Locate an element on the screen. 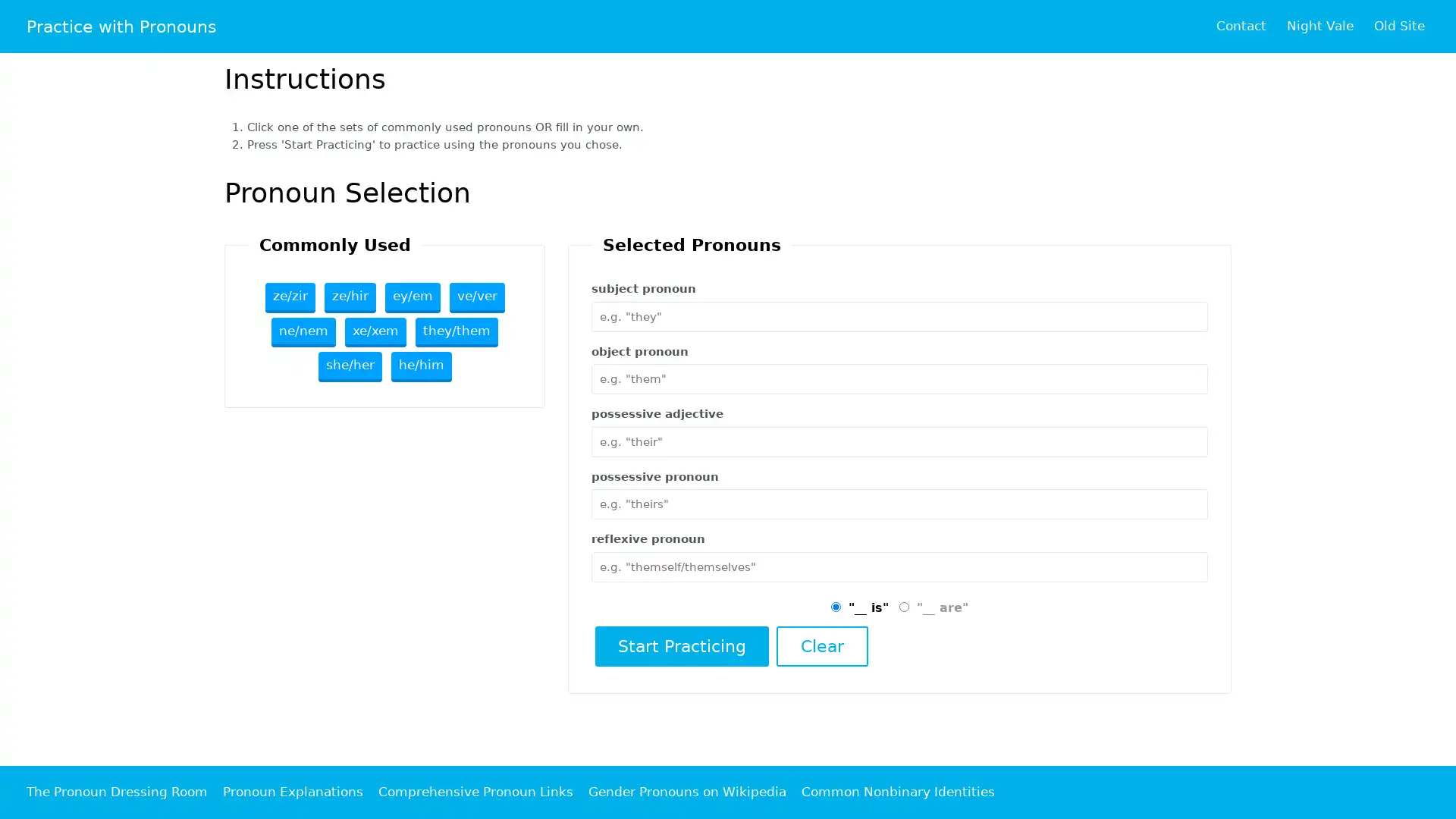  ey/em is located at coordinates (412, 297).